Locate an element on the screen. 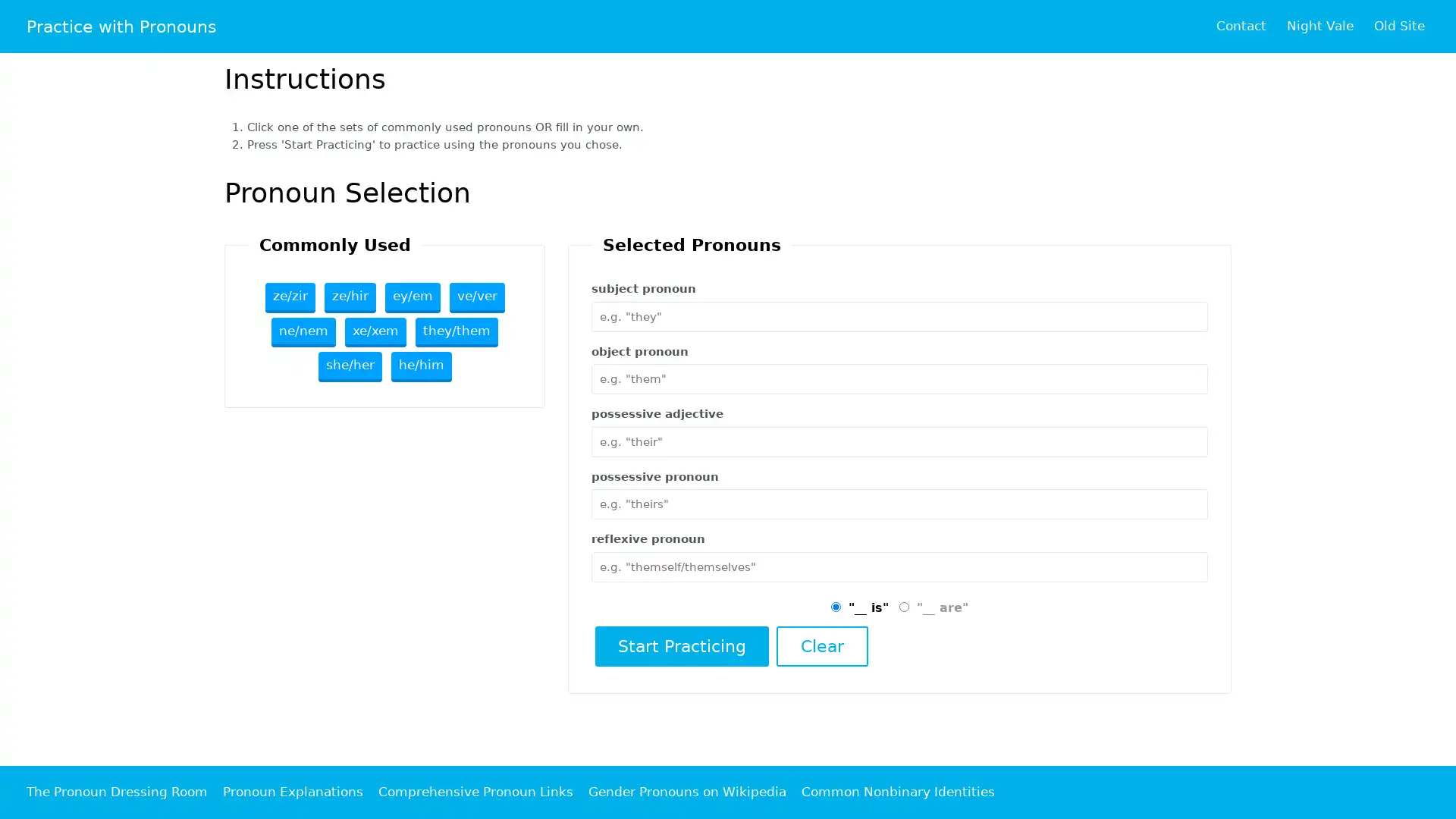  ey/em is located at coordinates (412, 297).